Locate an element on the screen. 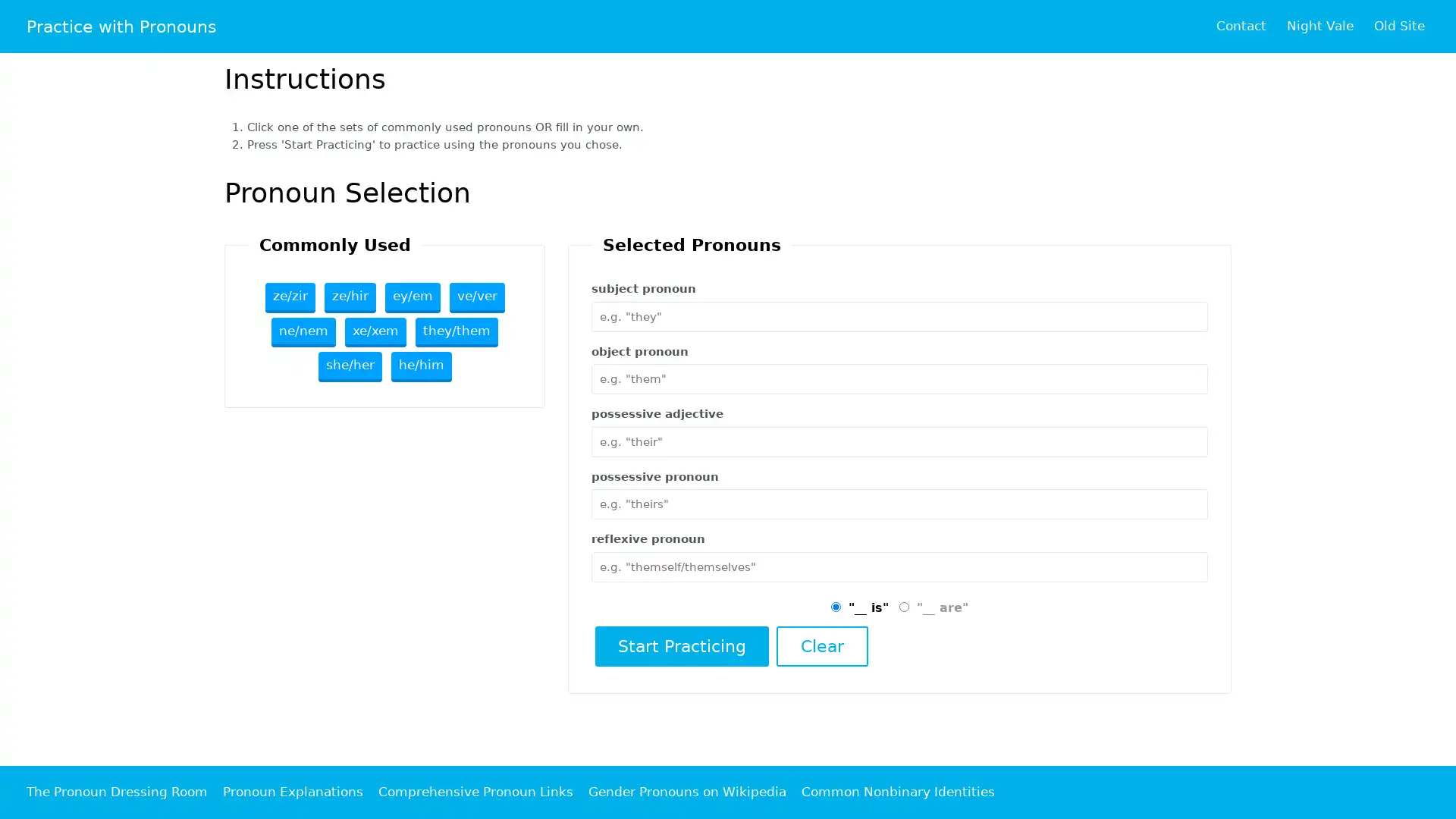  ey/em is located at coordinates (412, 297).